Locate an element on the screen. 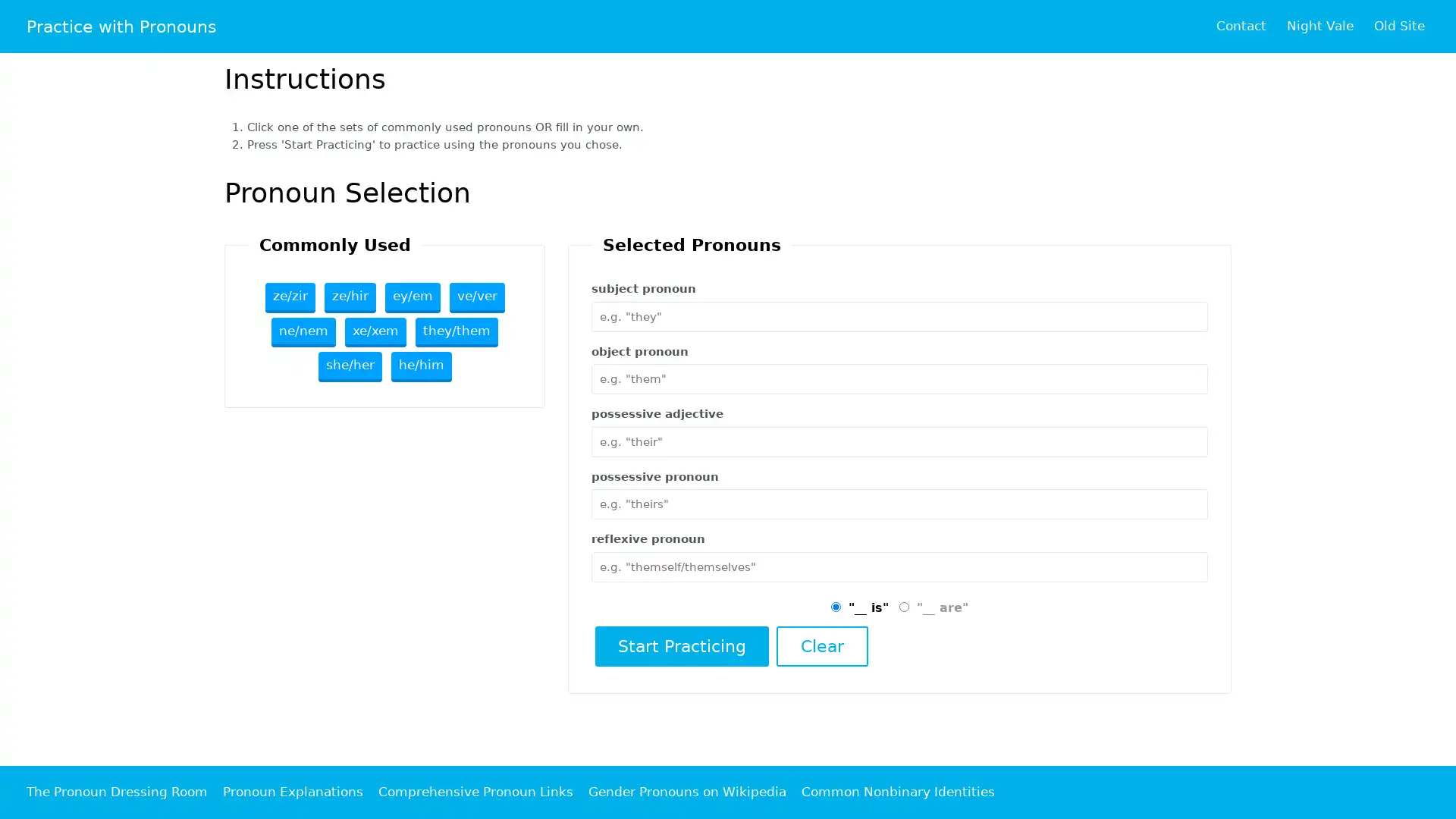  ey/em is located at coordinates (412, 297).